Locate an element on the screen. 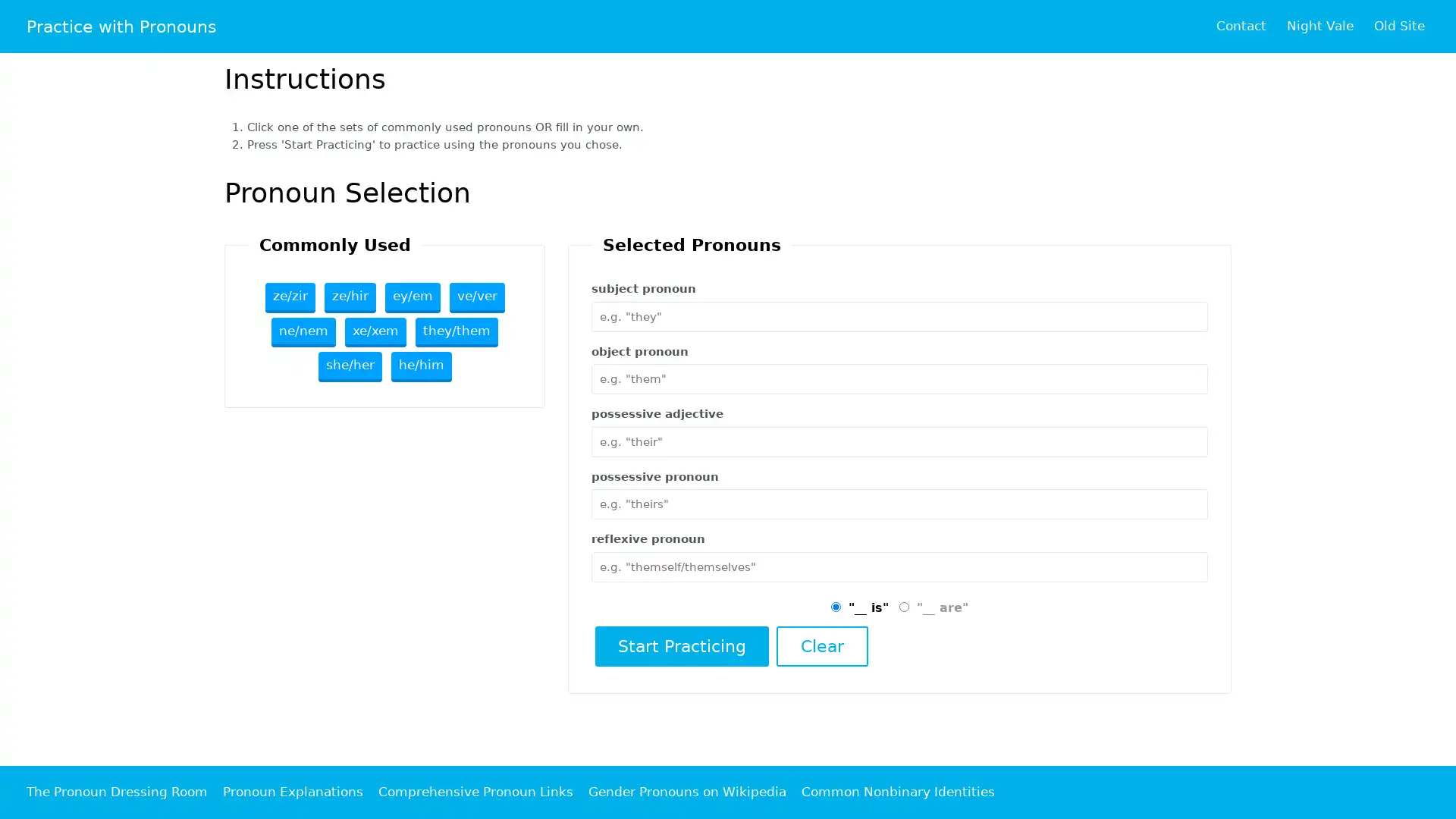  ey/em is located at coordinates (412, 297).